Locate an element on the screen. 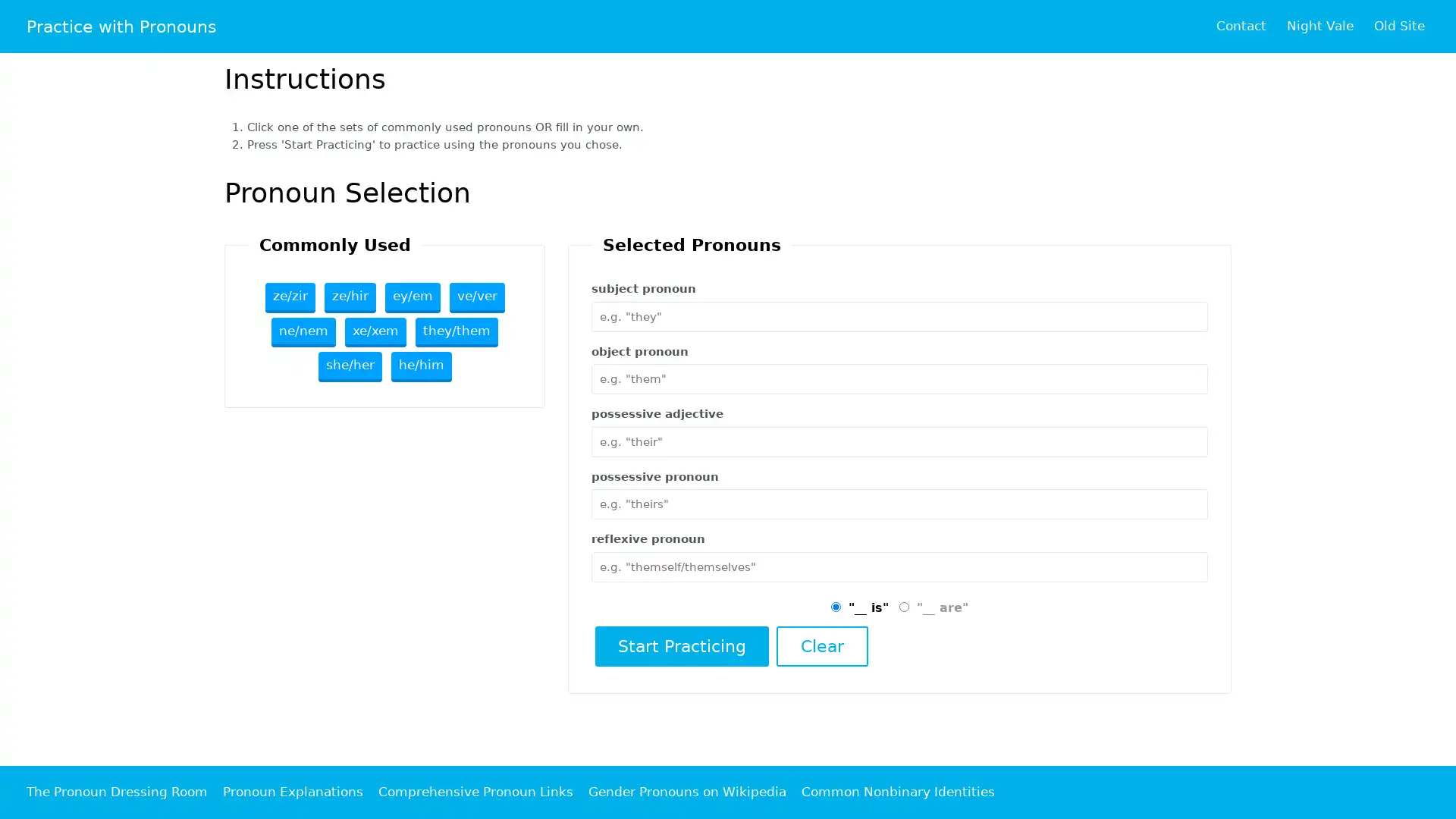  ey/em is located at coordinates (412, 297).